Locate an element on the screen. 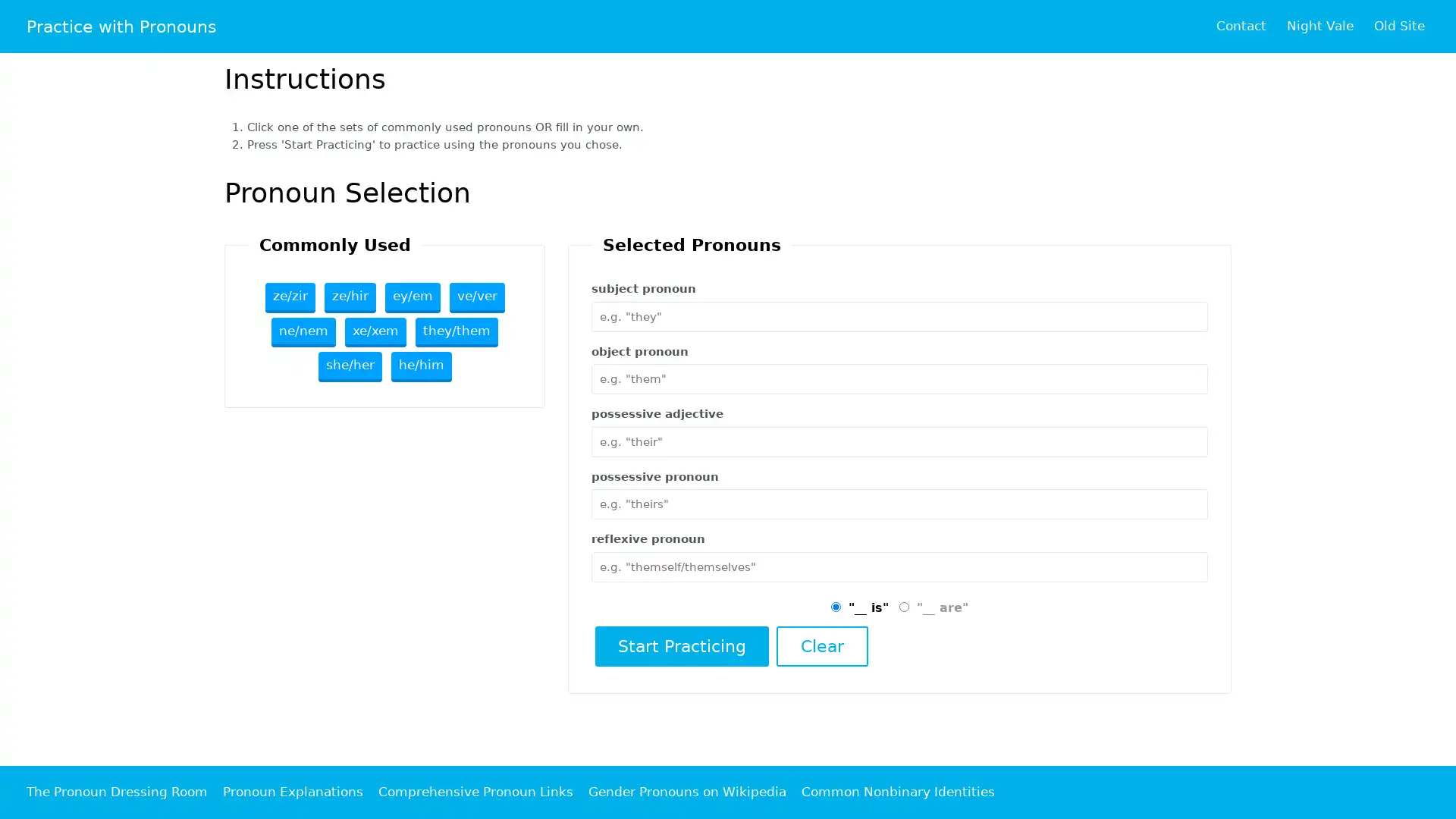  ey/em is located at coordinates (412, 297).